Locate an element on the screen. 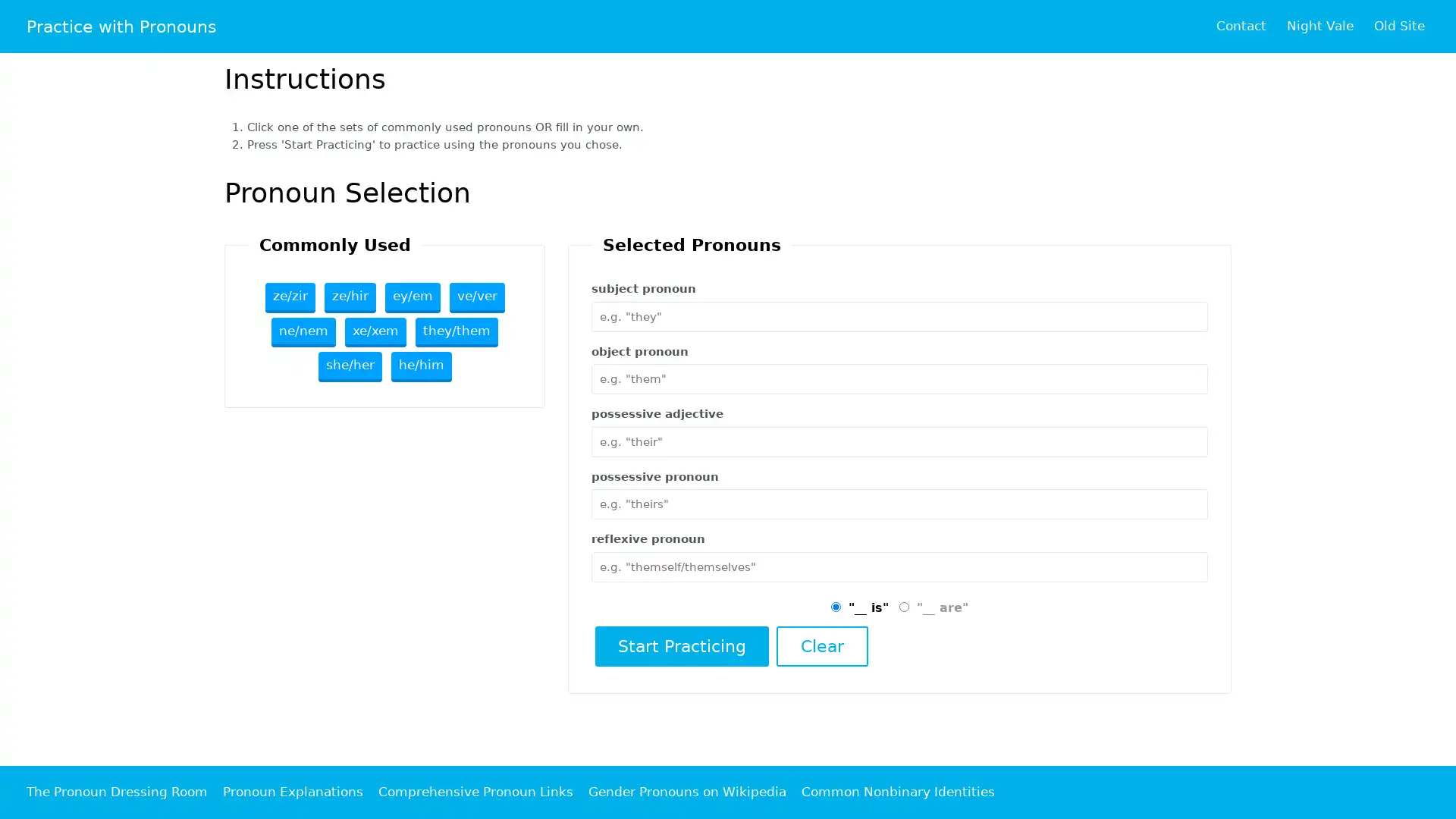  ey/em is located at coordinates (412, 297).